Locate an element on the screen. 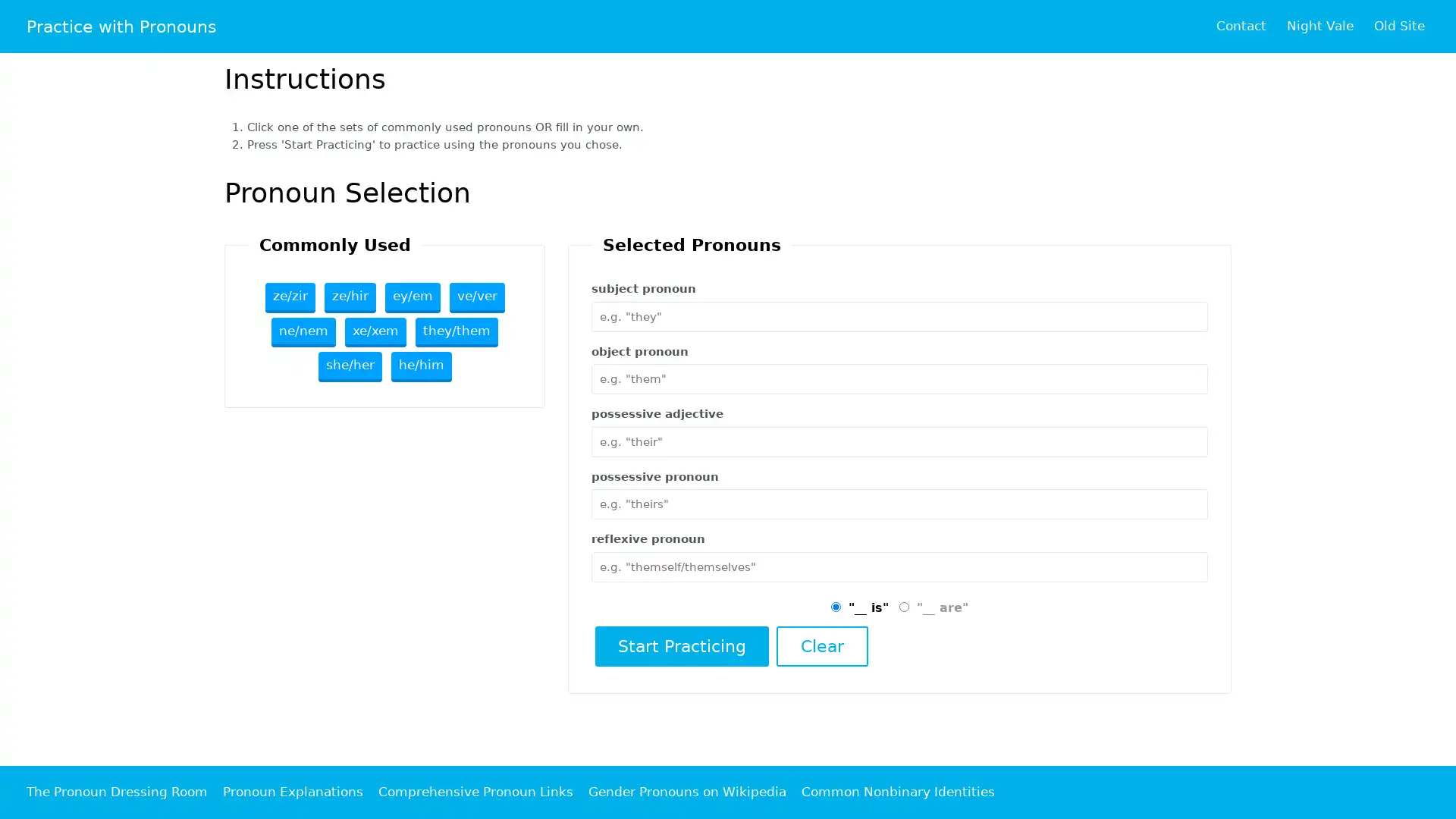  ey/em is located at coordinates (412, 297).